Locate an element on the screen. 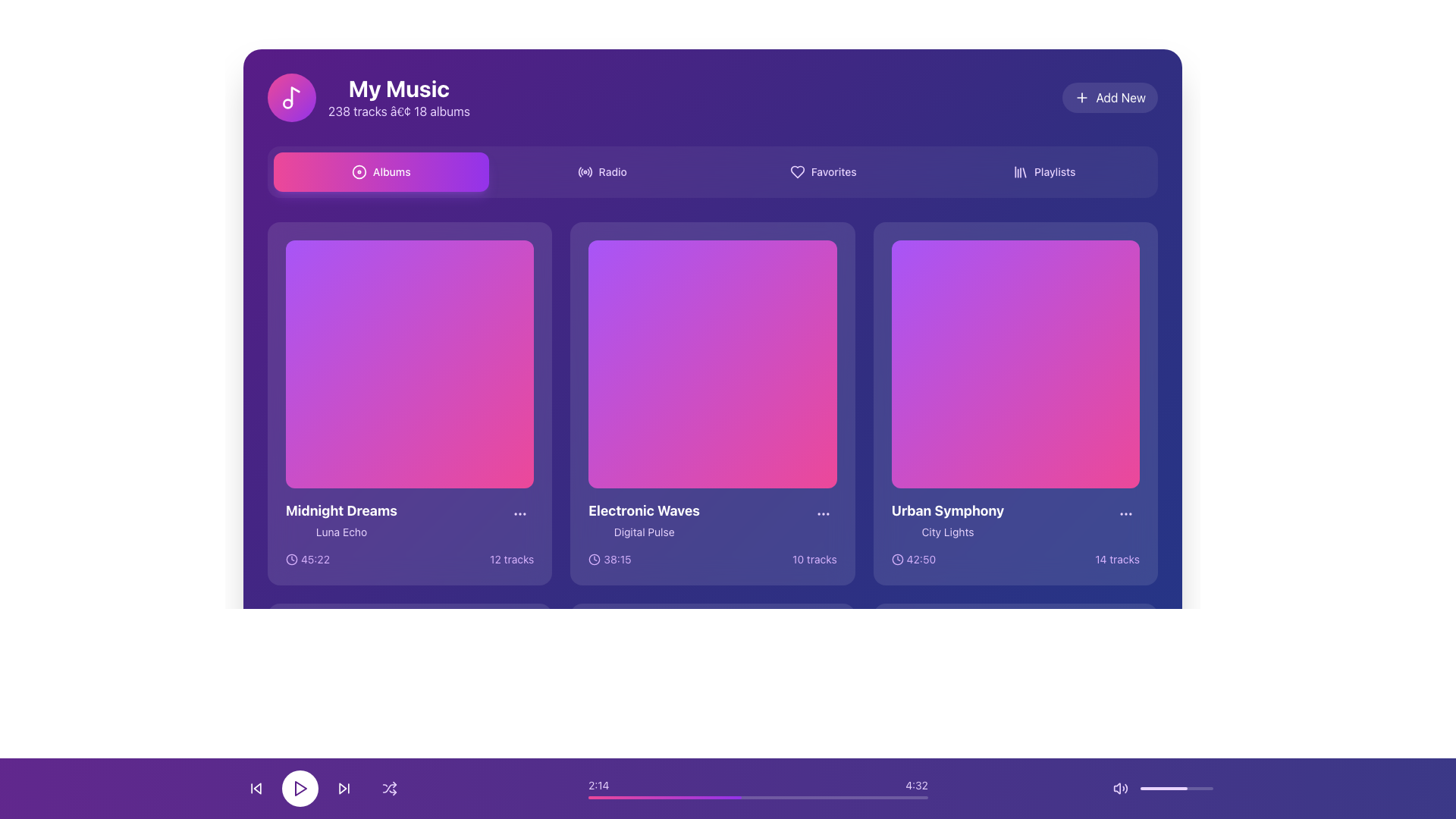 Image resolution: width=1456 pixels, height=819 pixels. the volume is located at coordinates (1188, 788).